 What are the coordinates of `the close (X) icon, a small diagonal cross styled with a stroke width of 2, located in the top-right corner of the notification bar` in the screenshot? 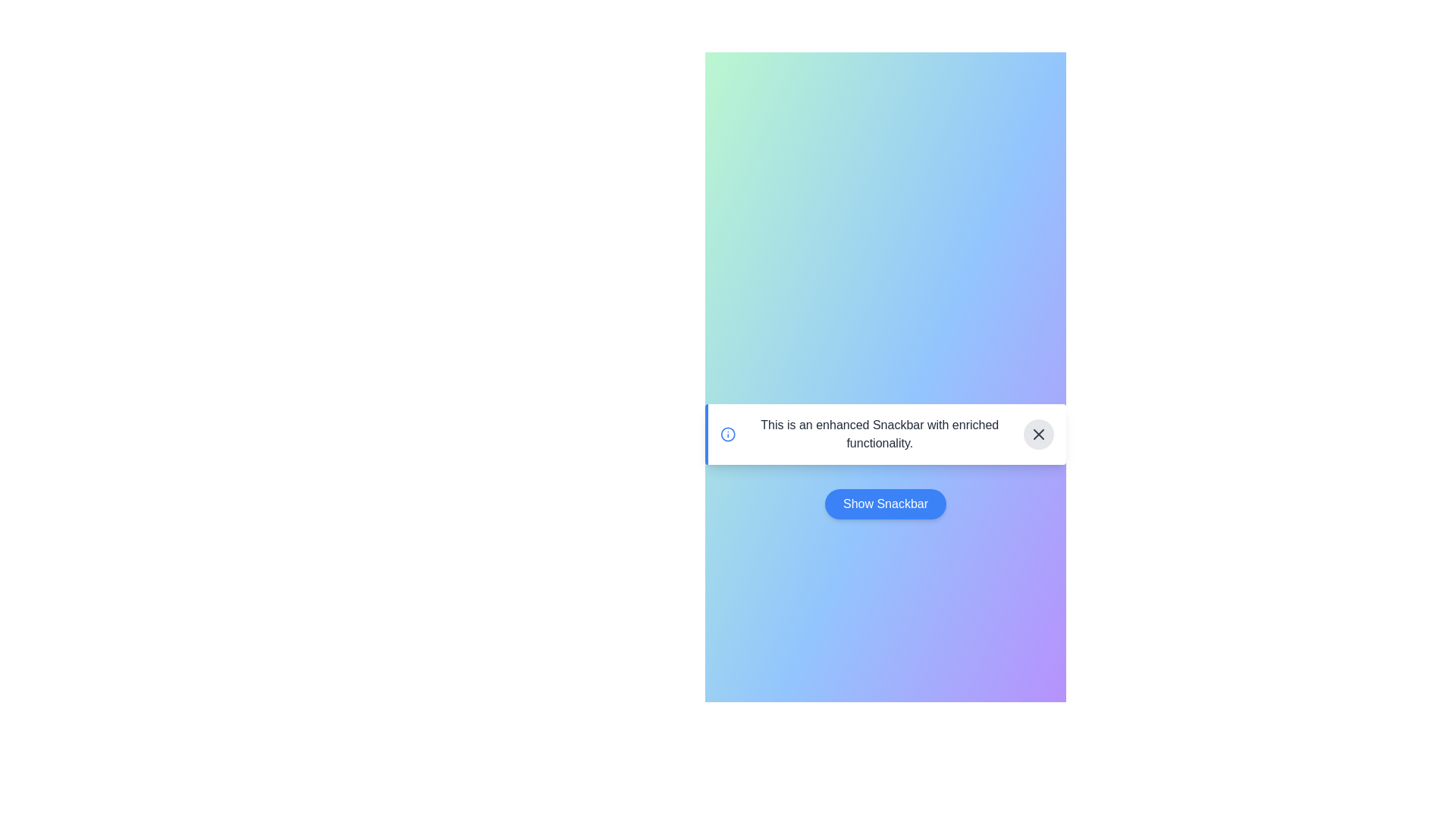 It's located at (1037, 435).